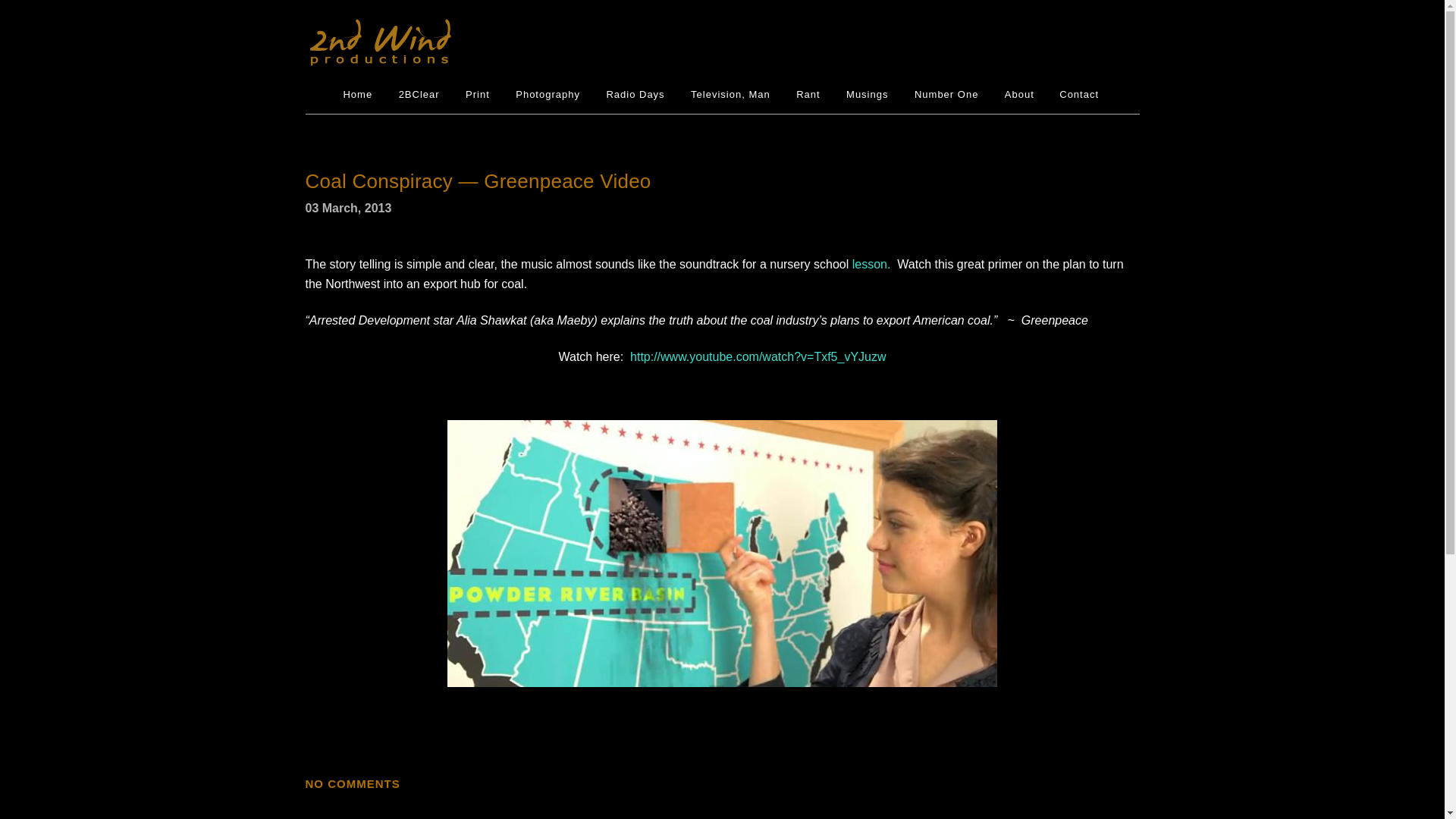 The height and width of the screenshot is (819, 1456). What do you see at coordinates (547, 94) in the screenshot?
I see `'Photography'` at bounding box center [547, 94].